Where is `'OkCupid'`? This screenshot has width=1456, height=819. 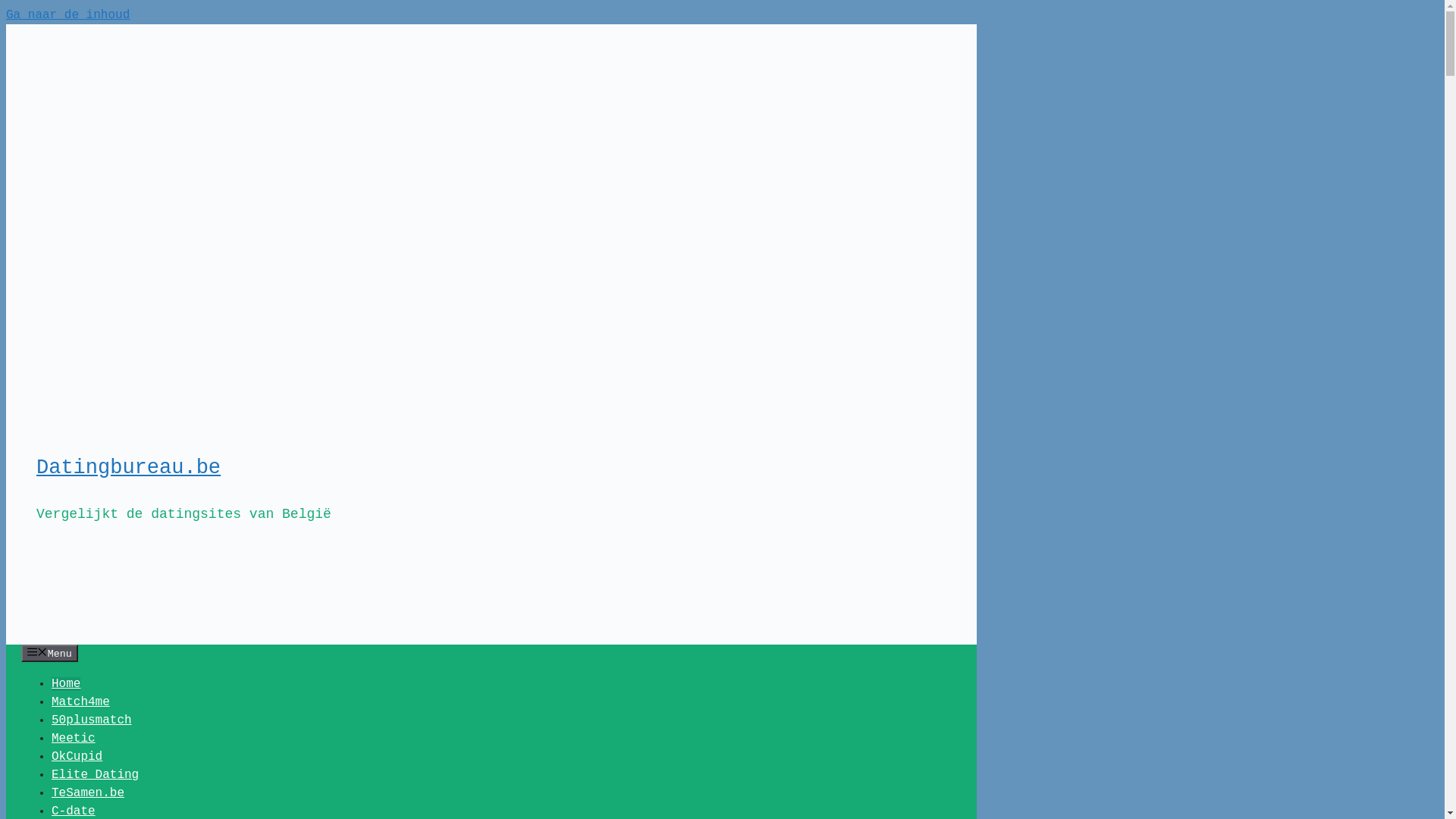
'OkCupid' is located at coordinates (76, 757).